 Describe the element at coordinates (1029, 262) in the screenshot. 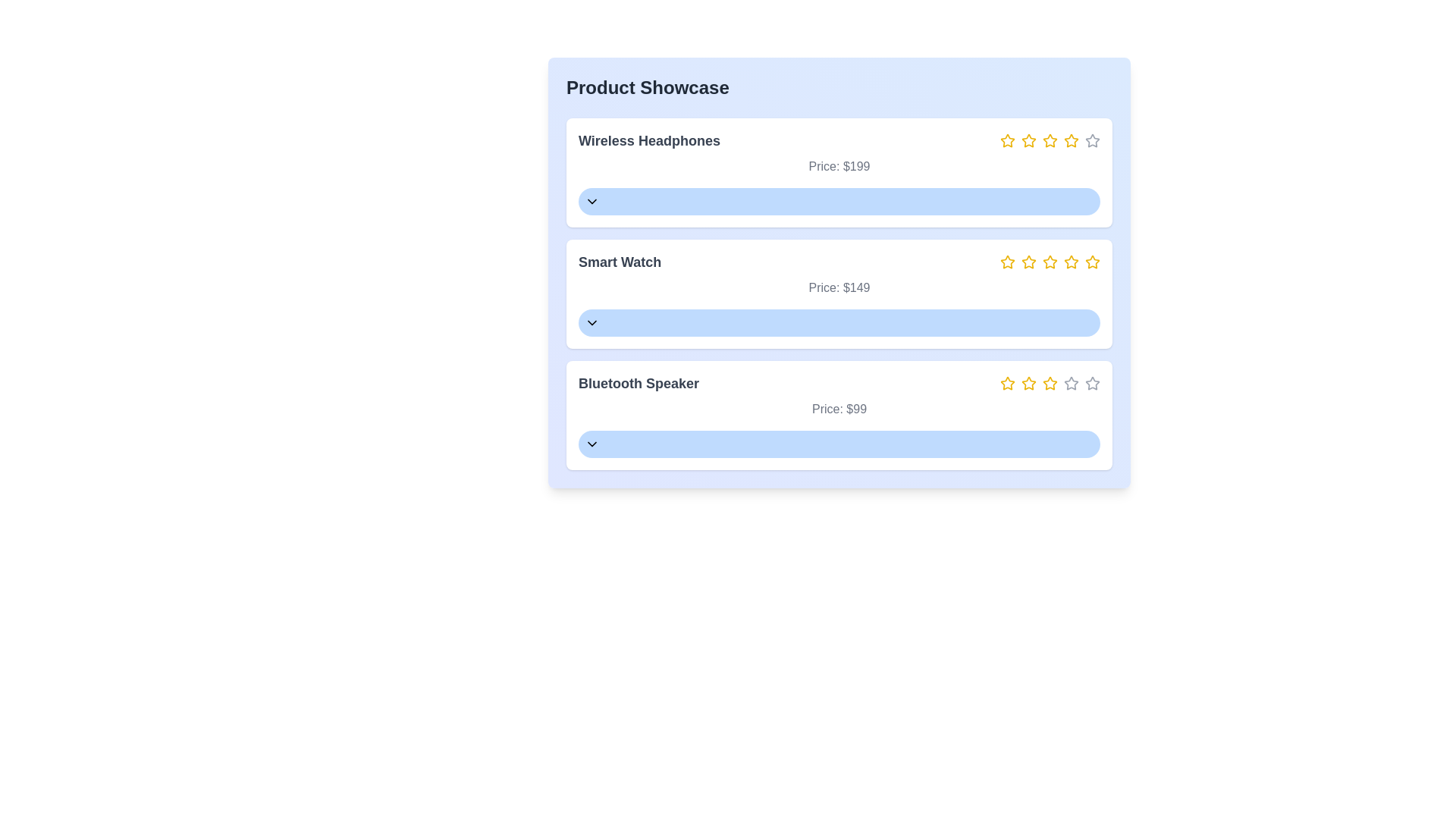

I see `the second yellow star icon in the rating system for the product 'Smart Watch', located next to the text 'Price: $149'` at that location.